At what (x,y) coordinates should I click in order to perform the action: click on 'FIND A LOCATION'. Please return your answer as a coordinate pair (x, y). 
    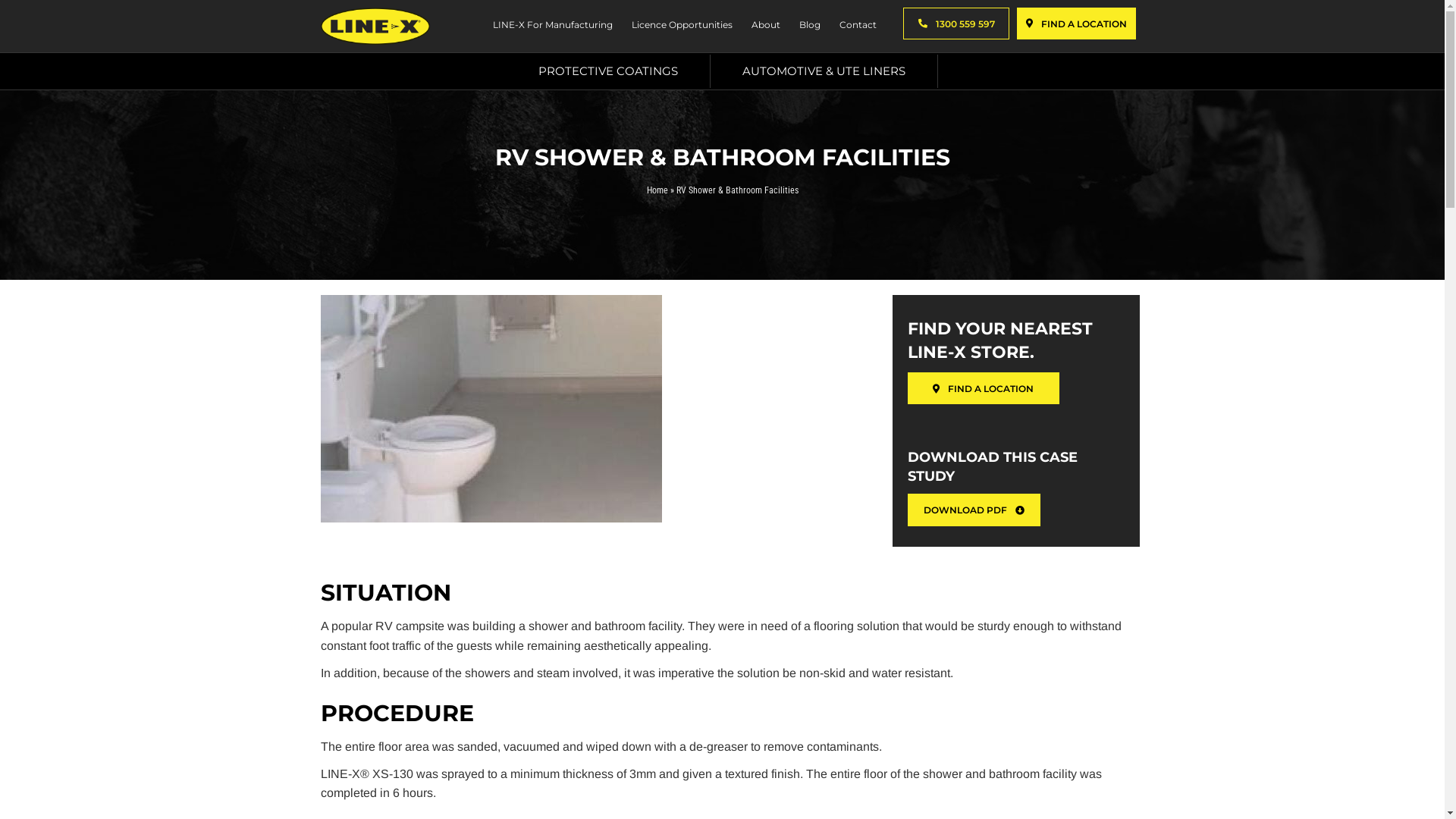
    Looking at the image, I should click on (1075, 23).